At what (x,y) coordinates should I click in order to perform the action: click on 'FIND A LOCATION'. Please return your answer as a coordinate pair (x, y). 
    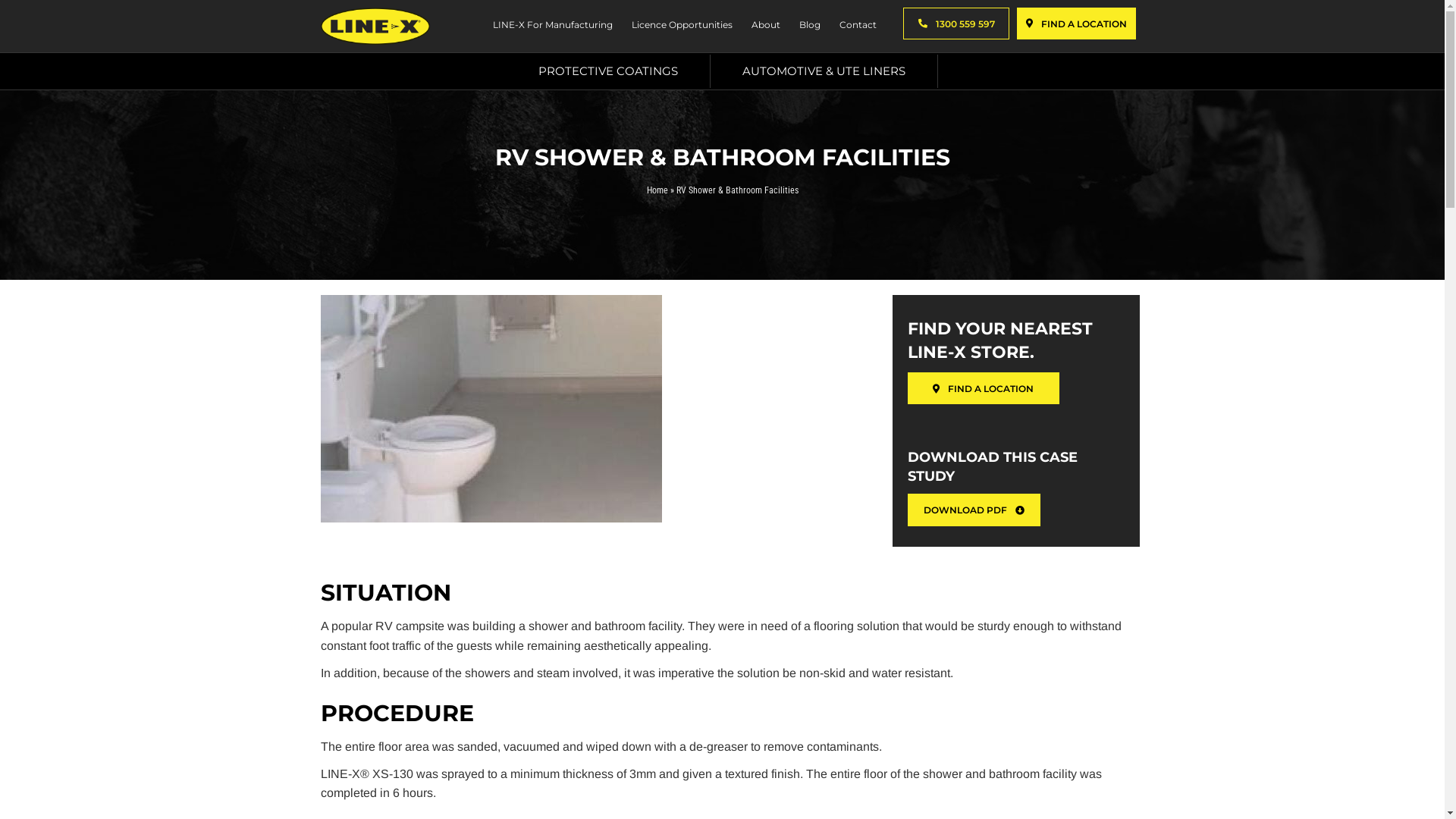
    Looking at the image, I should click on (1075, 23).